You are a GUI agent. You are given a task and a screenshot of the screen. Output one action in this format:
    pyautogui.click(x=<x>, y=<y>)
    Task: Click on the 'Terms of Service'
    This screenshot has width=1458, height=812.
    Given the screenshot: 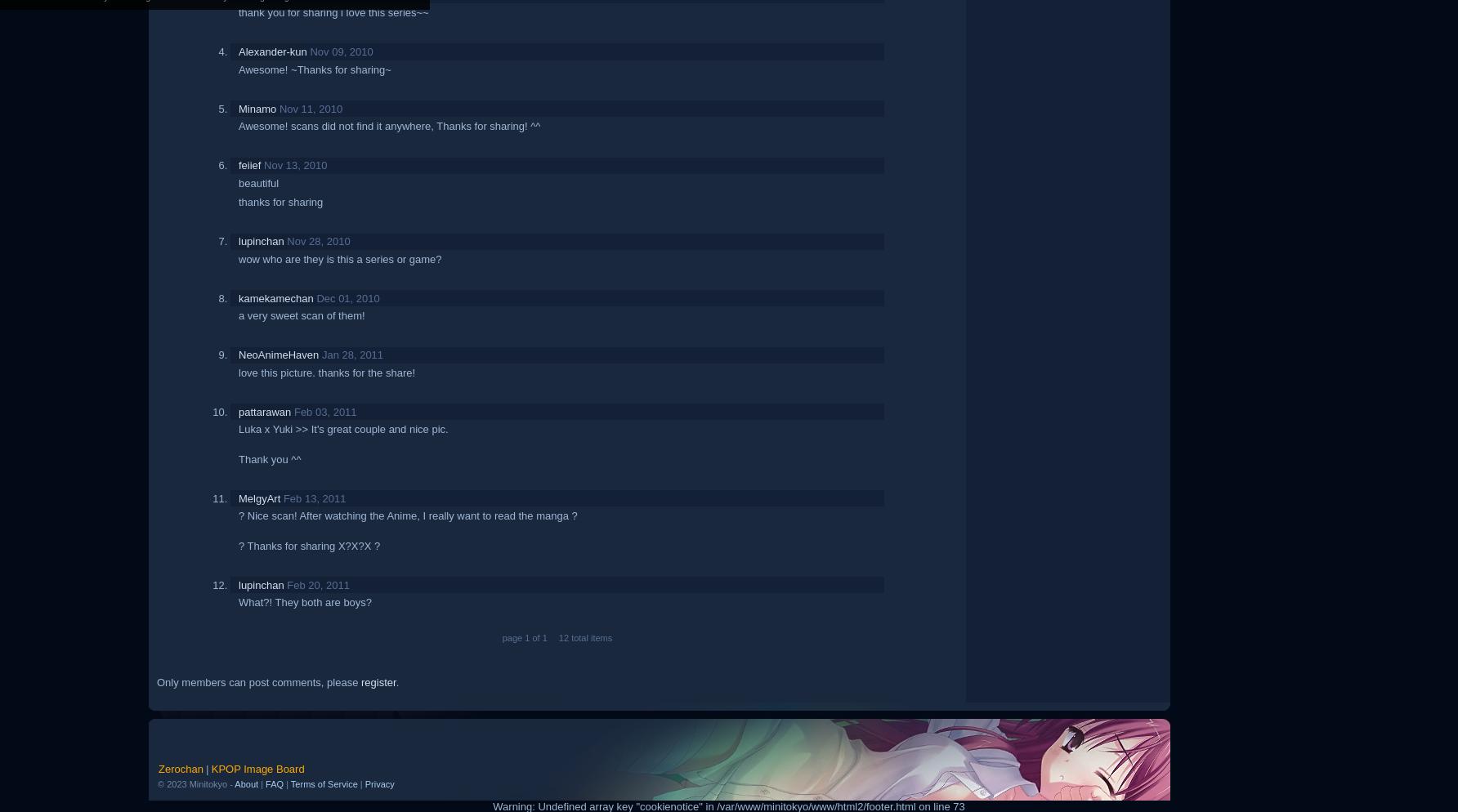 What is the action you would take?
    pyautogui.click(x=323, y=783)
    